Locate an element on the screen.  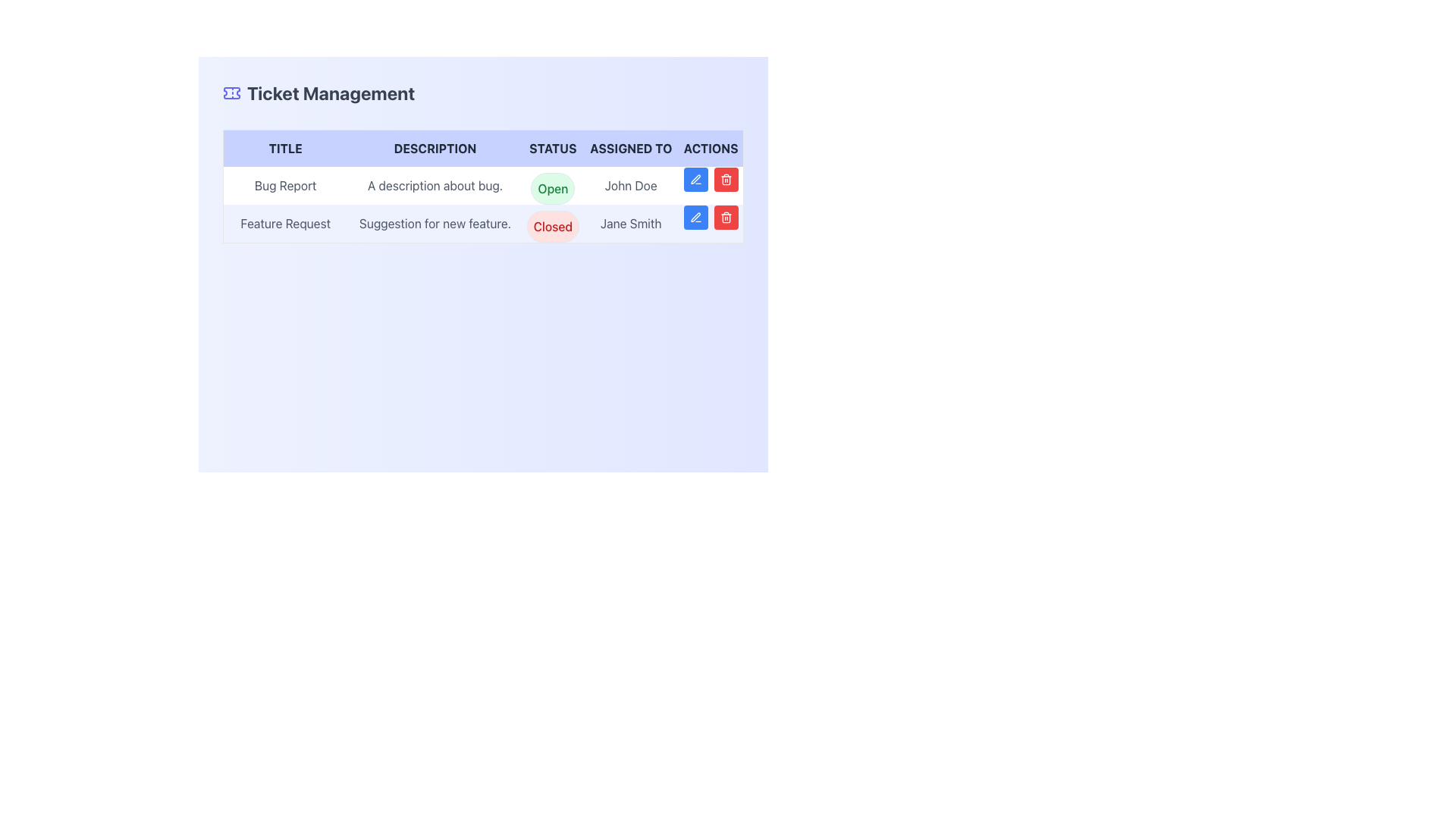
the trash can icon in the Actions column of the second row in the table is located at coordinates (725, 217).